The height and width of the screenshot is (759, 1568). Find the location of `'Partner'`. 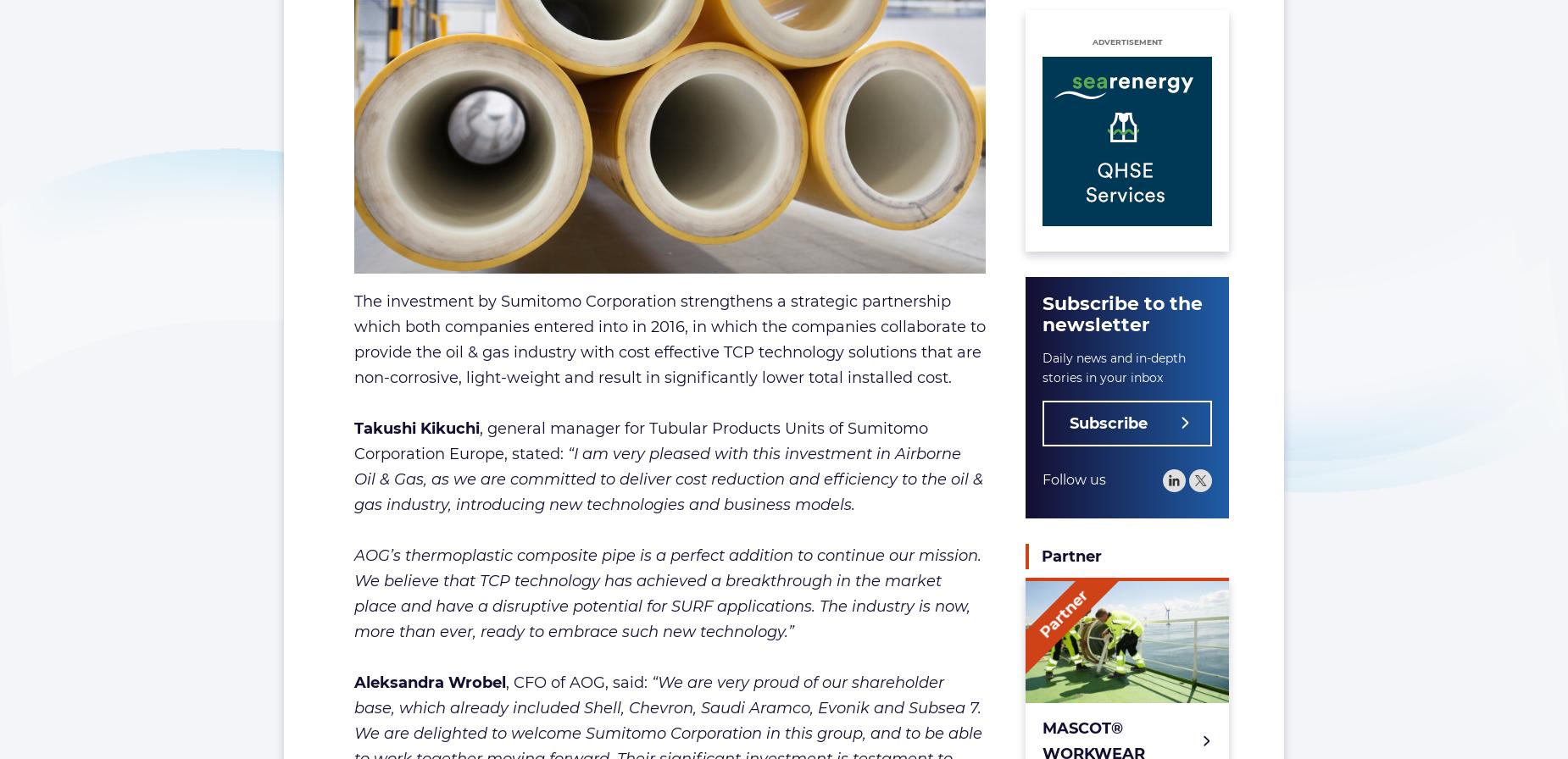

'Partner' is located at coordinates (1070, 557).